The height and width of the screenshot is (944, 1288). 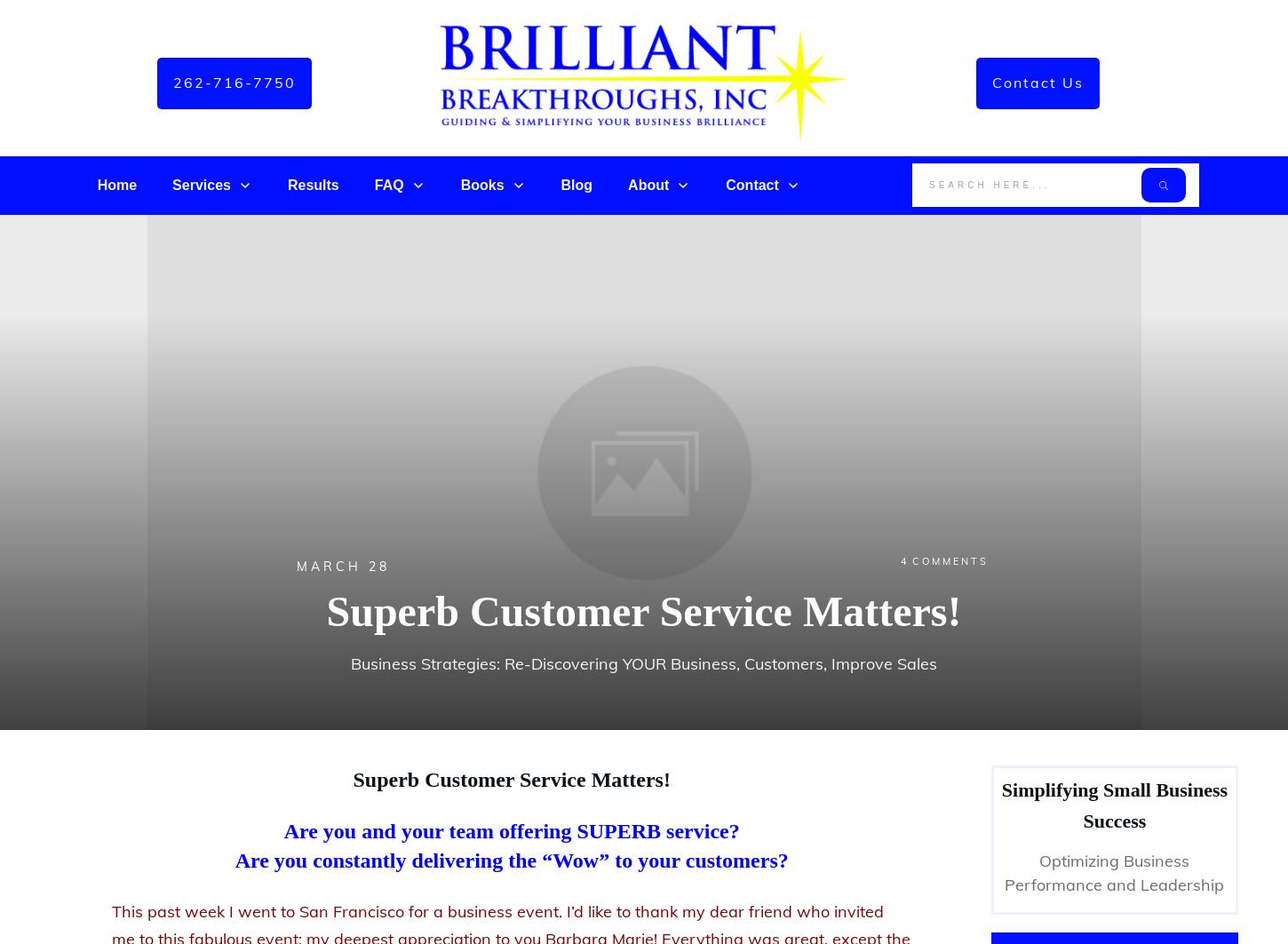 What do you see at coordinates (115, 185) in the screenshot?
I see `'Home'` at bounding box center [115, 185].